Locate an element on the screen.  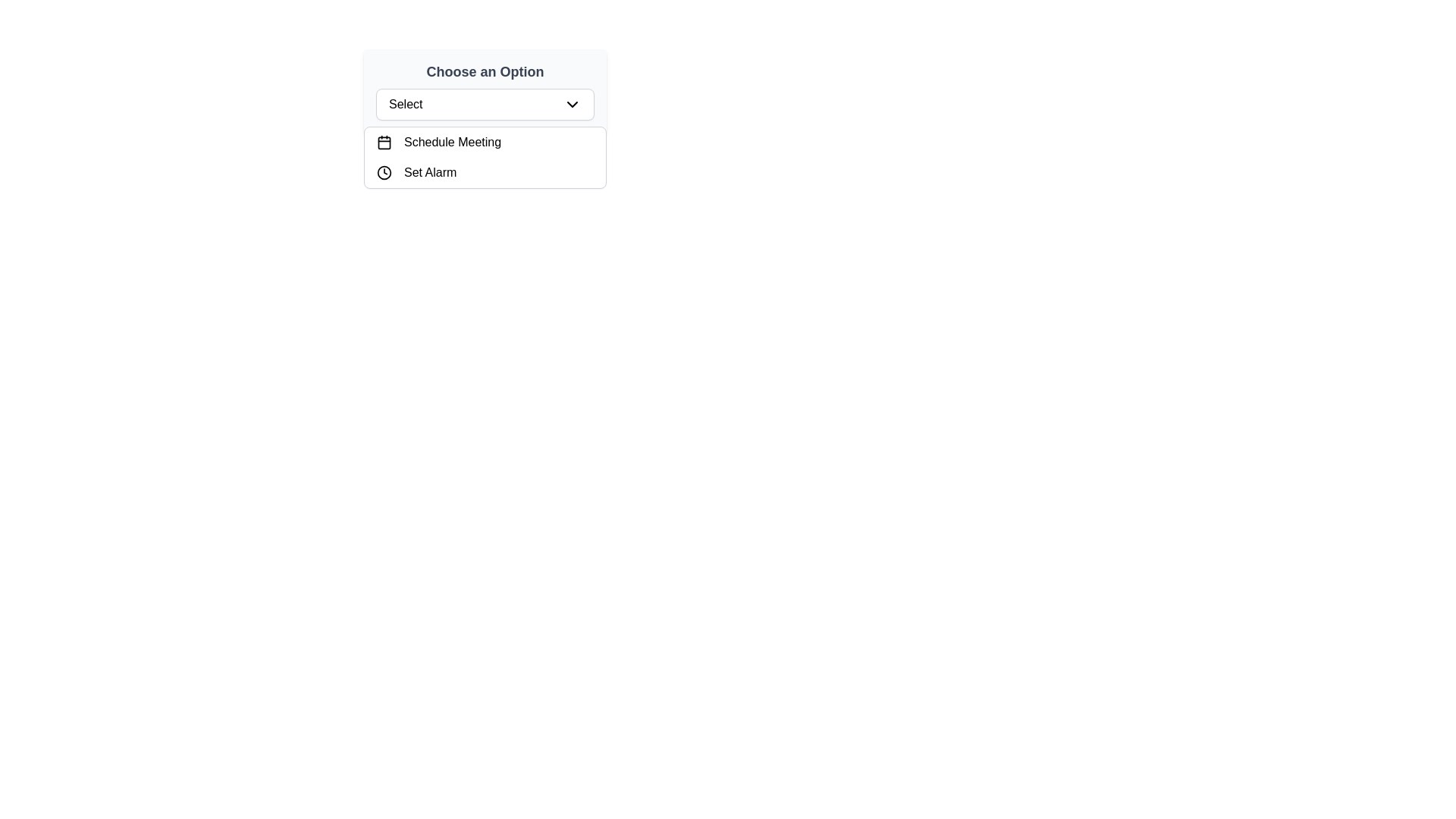
the first list item in the dropdown menu labeled 'Schedule Meeting' is located at coordinates (484, 143).